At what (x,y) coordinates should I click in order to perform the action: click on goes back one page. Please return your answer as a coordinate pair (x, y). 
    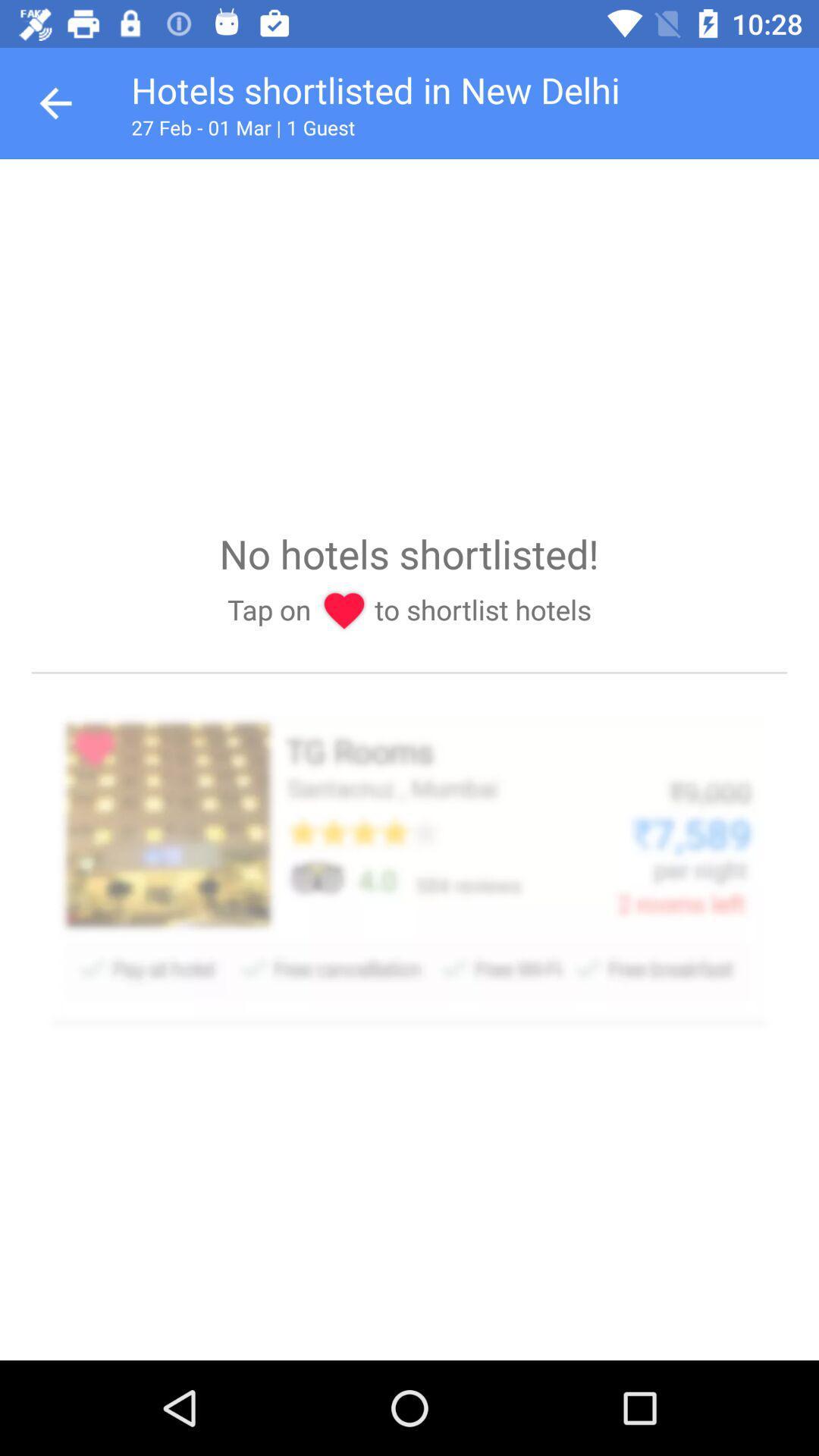
    Looking at the image, I should click on (55, 102).